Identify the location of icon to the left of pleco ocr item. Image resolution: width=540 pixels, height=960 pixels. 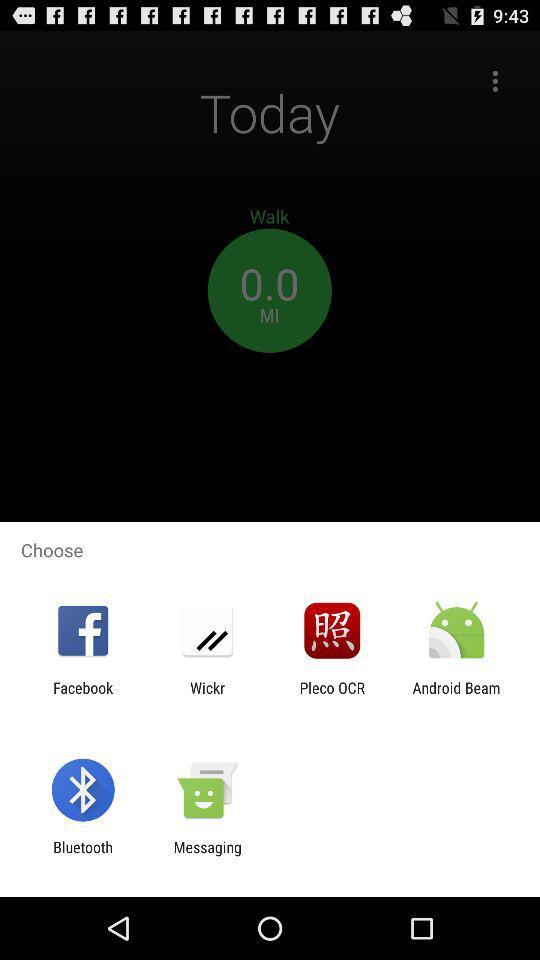
(206, 696).